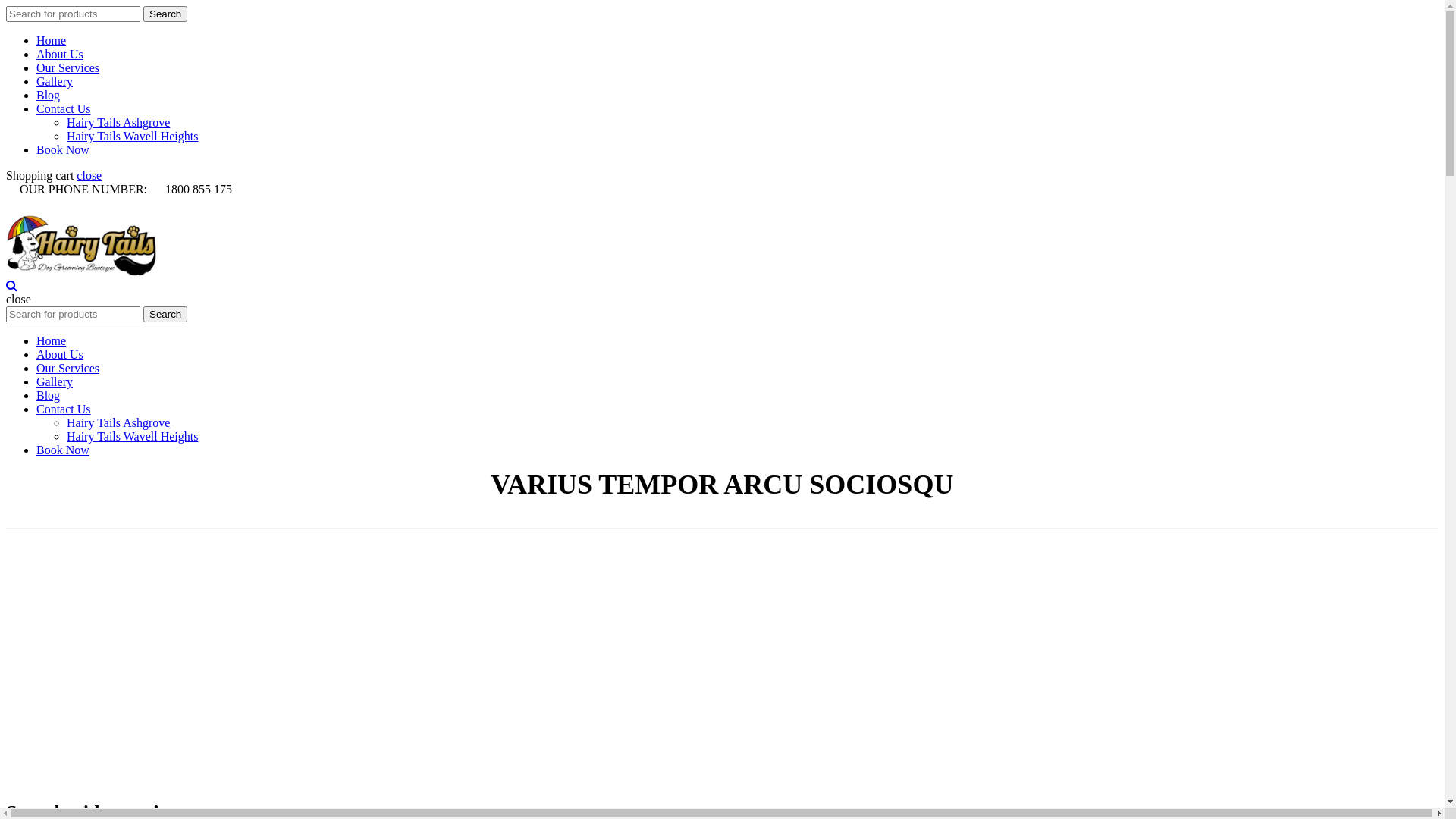  What do you see at coordinates (69, 224) in the screenshot?
I see `'My account'` at bounding box center [69, 224].